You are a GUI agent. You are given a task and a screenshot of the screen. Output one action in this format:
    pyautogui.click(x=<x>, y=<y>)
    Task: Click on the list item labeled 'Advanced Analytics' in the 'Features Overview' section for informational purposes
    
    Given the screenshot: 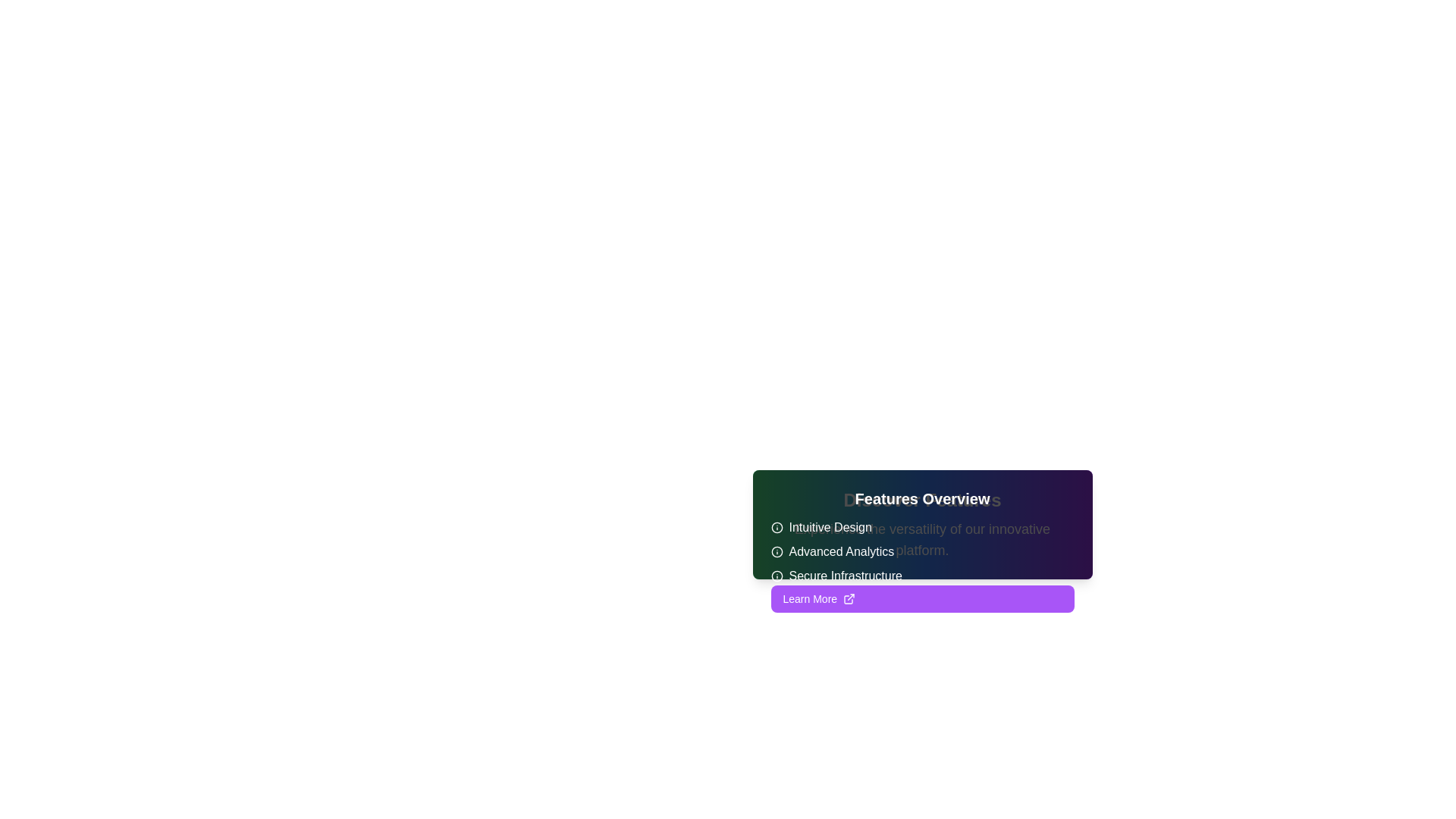 What is the action you would take?
    pyautogui.click(x=921, y=552)
    